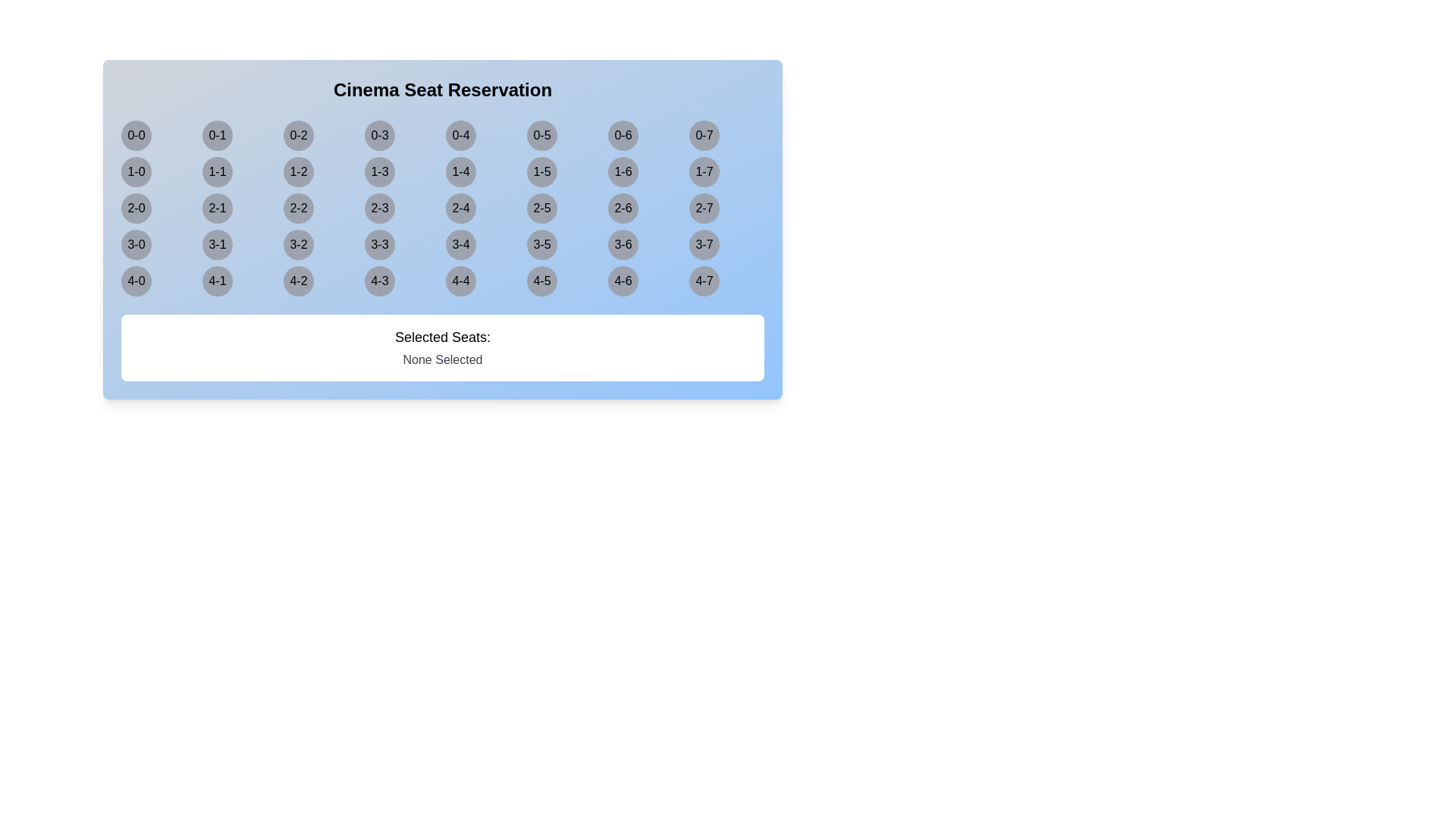  What do you see at coordinates (217, 281) in the screenshot?
I see `the circular button labeled '4-1' with a gray background` at bounding box center [217, 281].